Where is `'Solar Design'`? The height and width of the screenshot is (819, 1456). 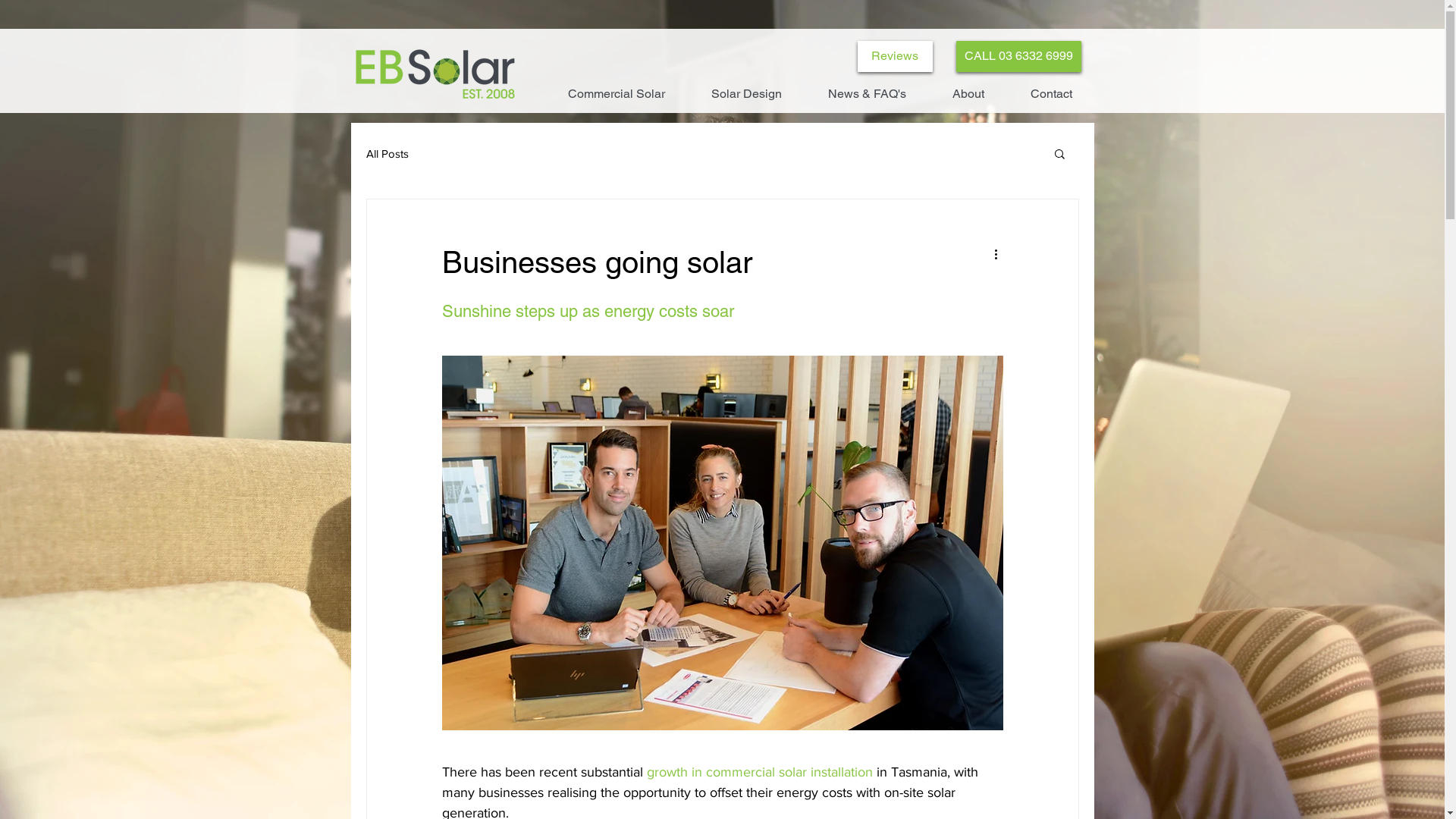 'Solar Design' is located at coordinates (746, 93).